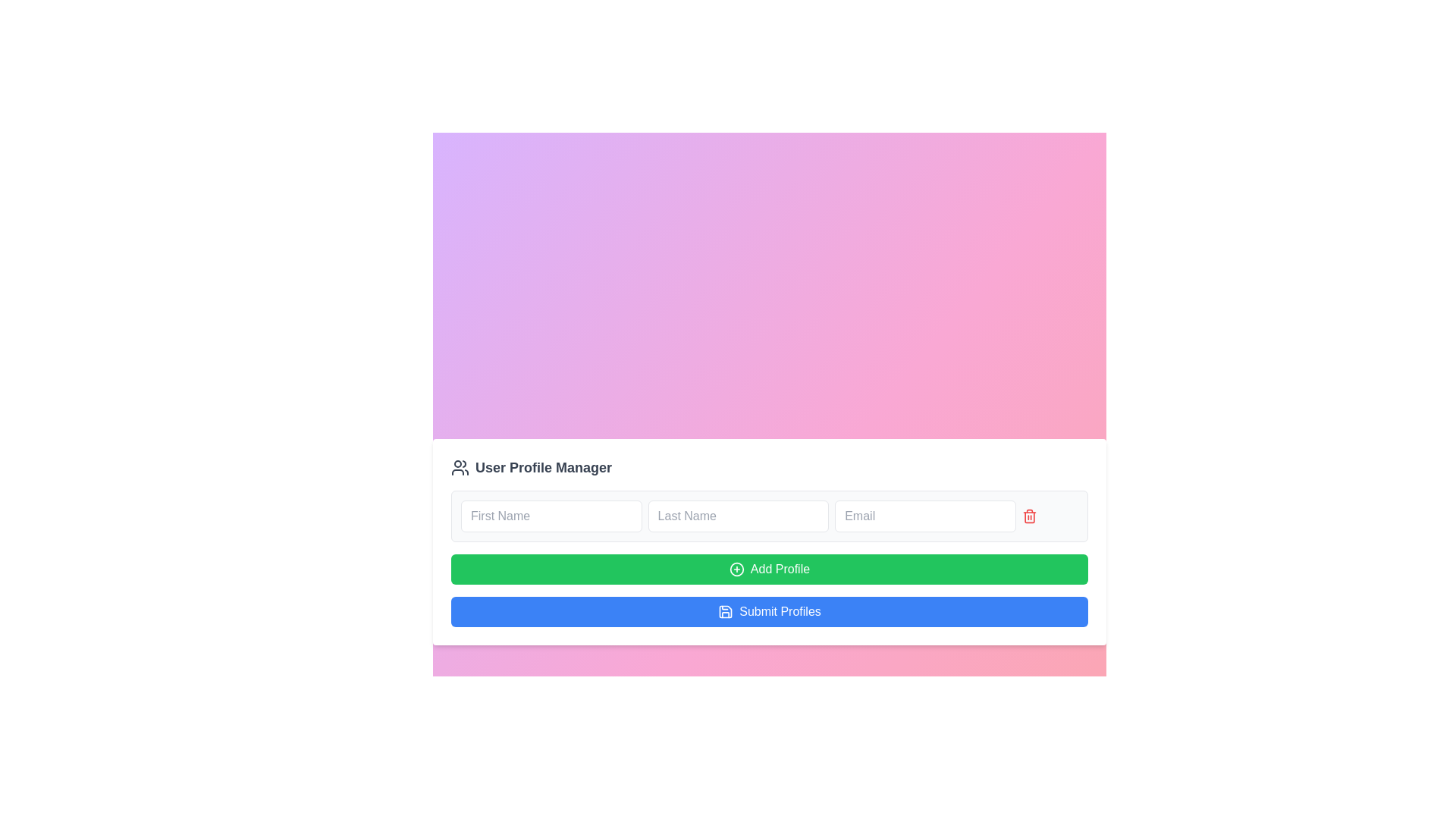  Describe the element at coordinates (725, 610) in the screenshot. I see `the 'Submit Profiles' button by clicking on the icon that represents saving or submitting profiles, located towards the left side of the button's text label` at that location.